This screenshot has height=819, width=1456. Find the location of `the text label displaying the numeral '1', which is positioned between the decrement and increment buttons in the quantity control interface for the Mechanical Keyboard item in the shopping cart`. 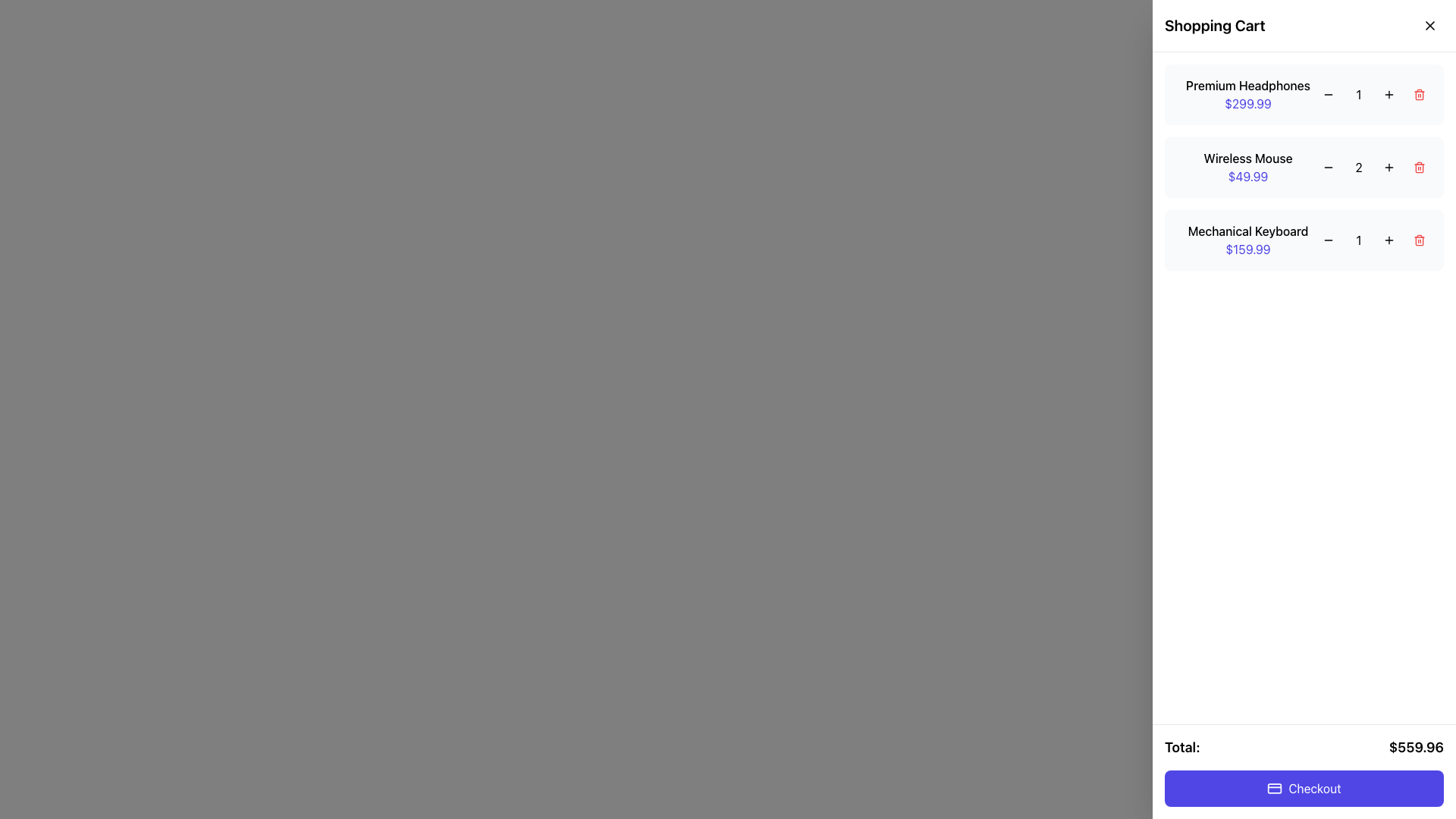

the text label displaying the numeral '1', which is positioned between the decrement and increment buttons in the quantity control interface for the Mechanical Keyboard item in the shopping cart is located at coordinates (1358, 239).